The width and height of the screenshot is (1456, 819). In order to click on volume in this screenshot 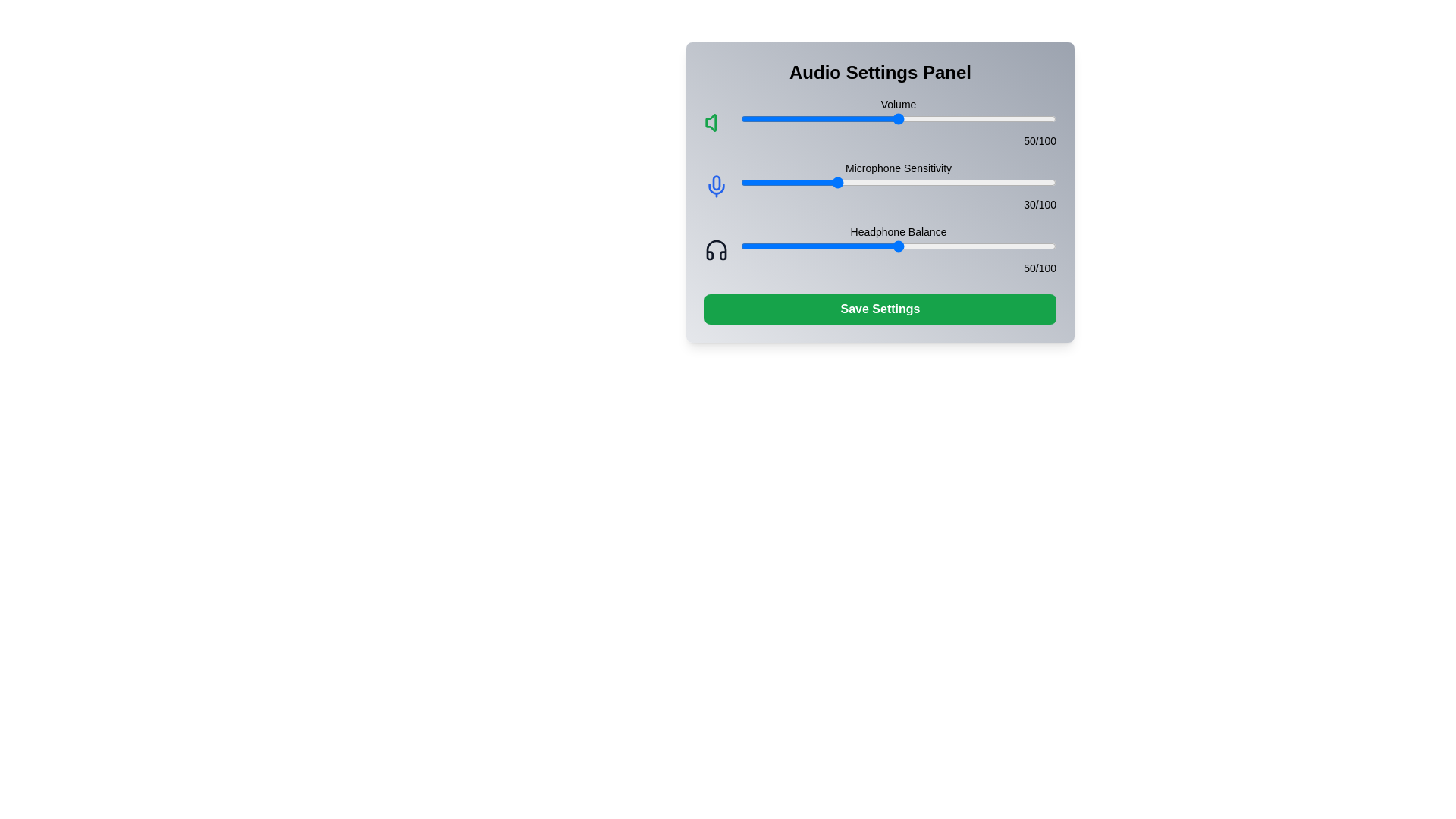, I will do `click(760, 118)`.